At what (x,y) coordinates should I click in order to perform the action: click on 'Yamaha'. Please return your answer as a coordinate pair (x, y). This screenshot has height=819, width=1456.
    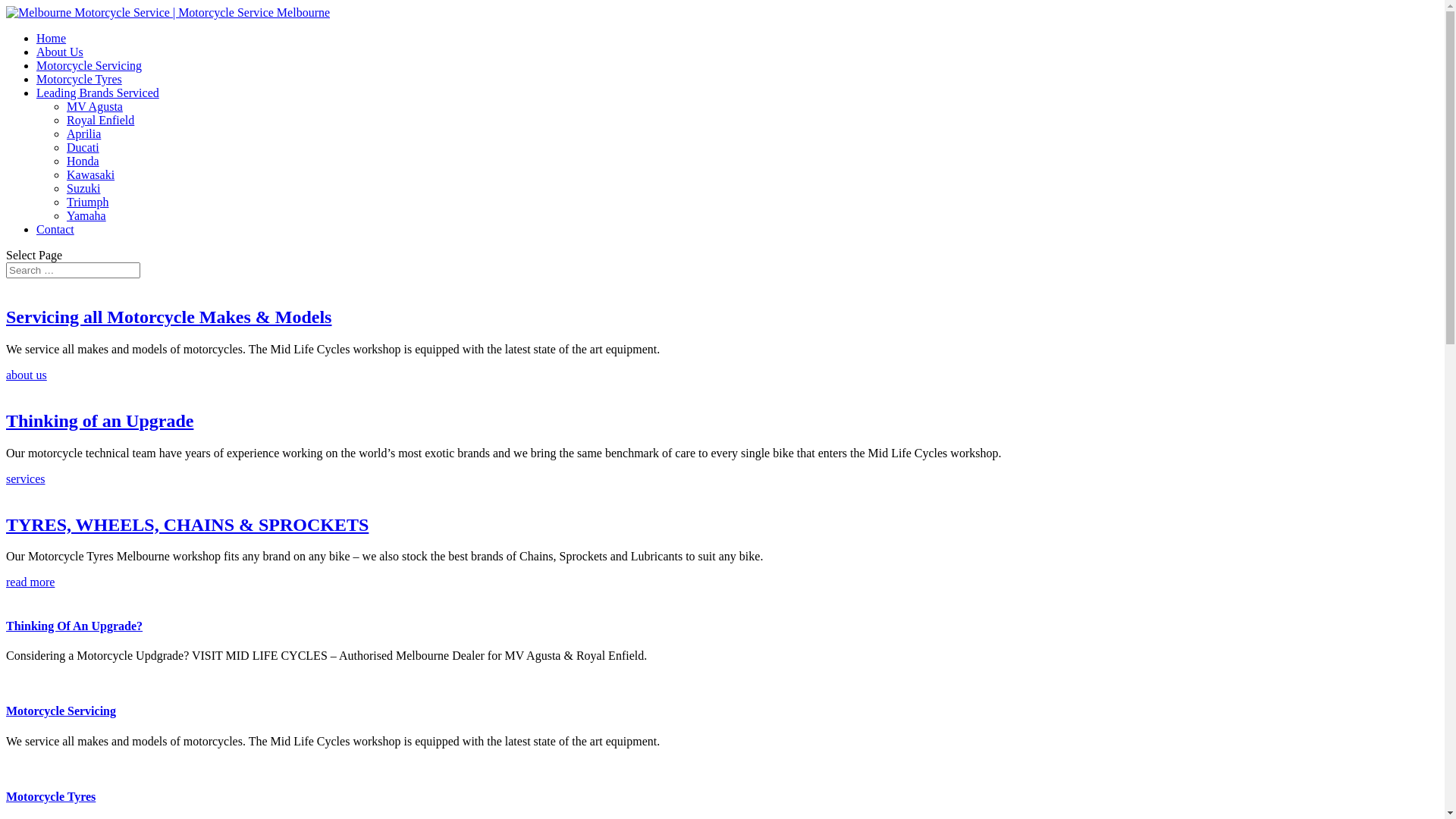
    Looking at the image, I should click on (86, 215).